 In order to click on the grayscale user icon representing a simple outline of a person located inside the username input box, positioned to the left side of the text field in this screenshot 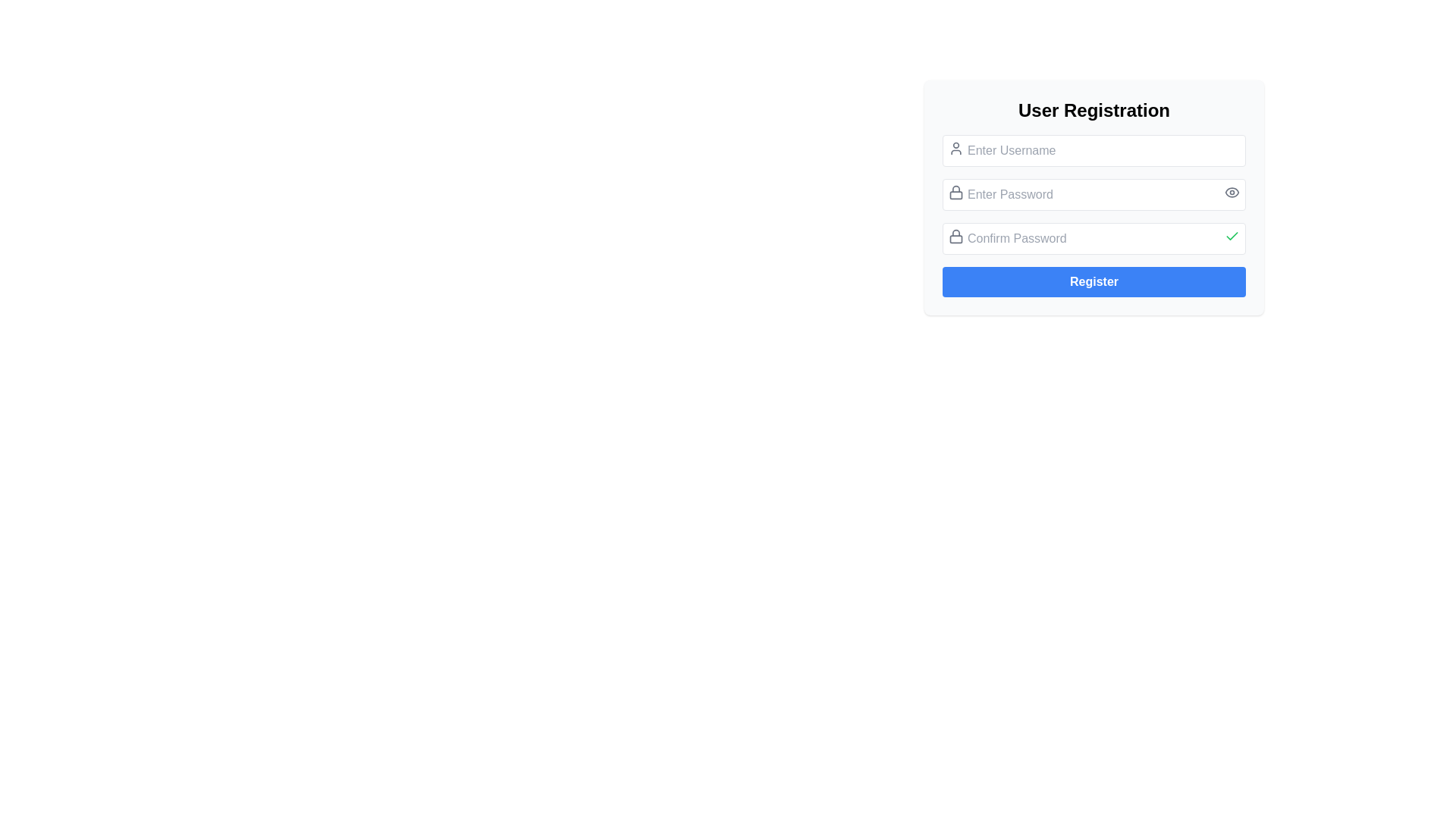, I will do `click(955, 149)`.